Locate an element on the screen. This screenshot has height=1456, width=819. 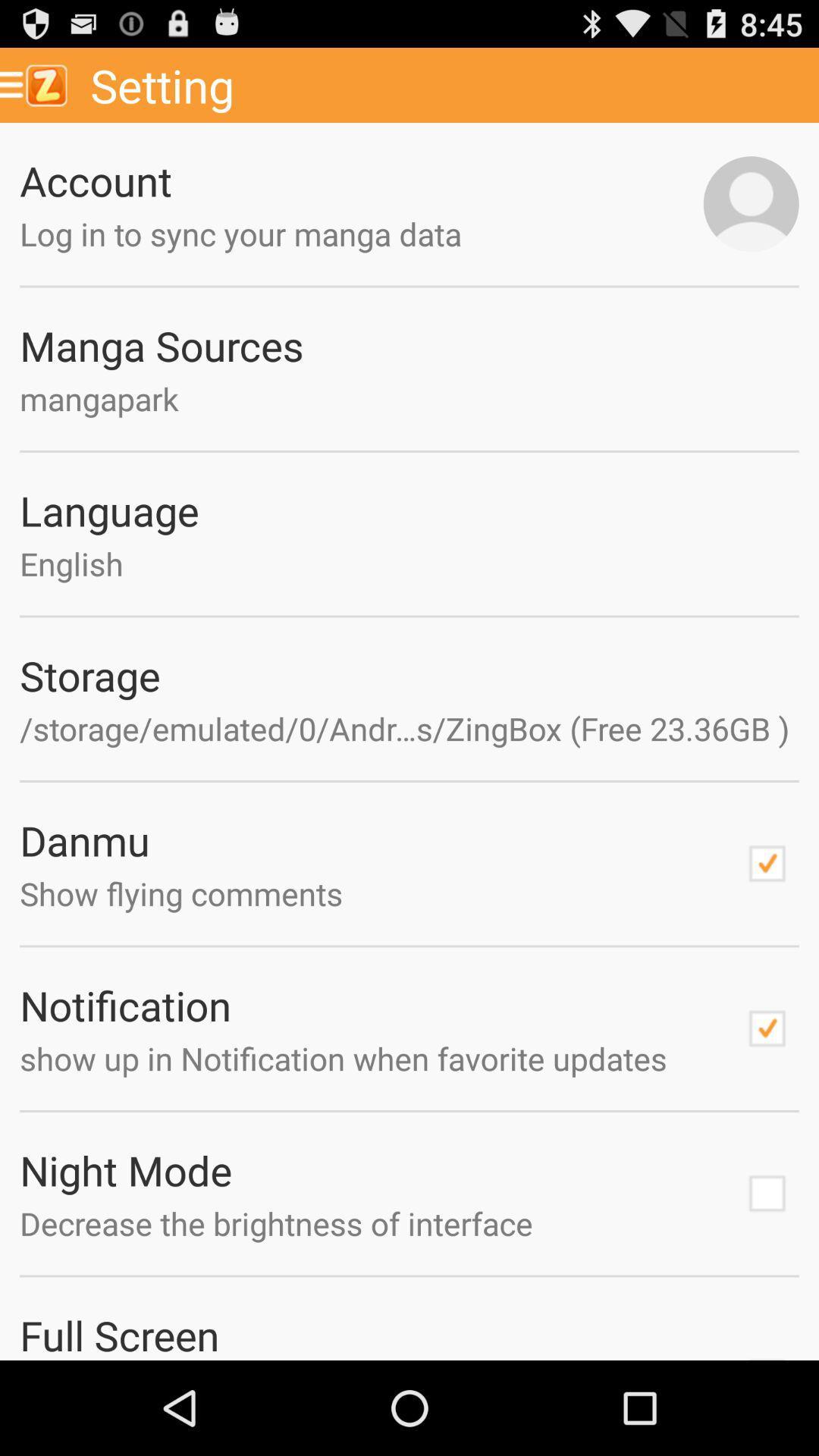
change your avatar is located at coordinates (751, 203).